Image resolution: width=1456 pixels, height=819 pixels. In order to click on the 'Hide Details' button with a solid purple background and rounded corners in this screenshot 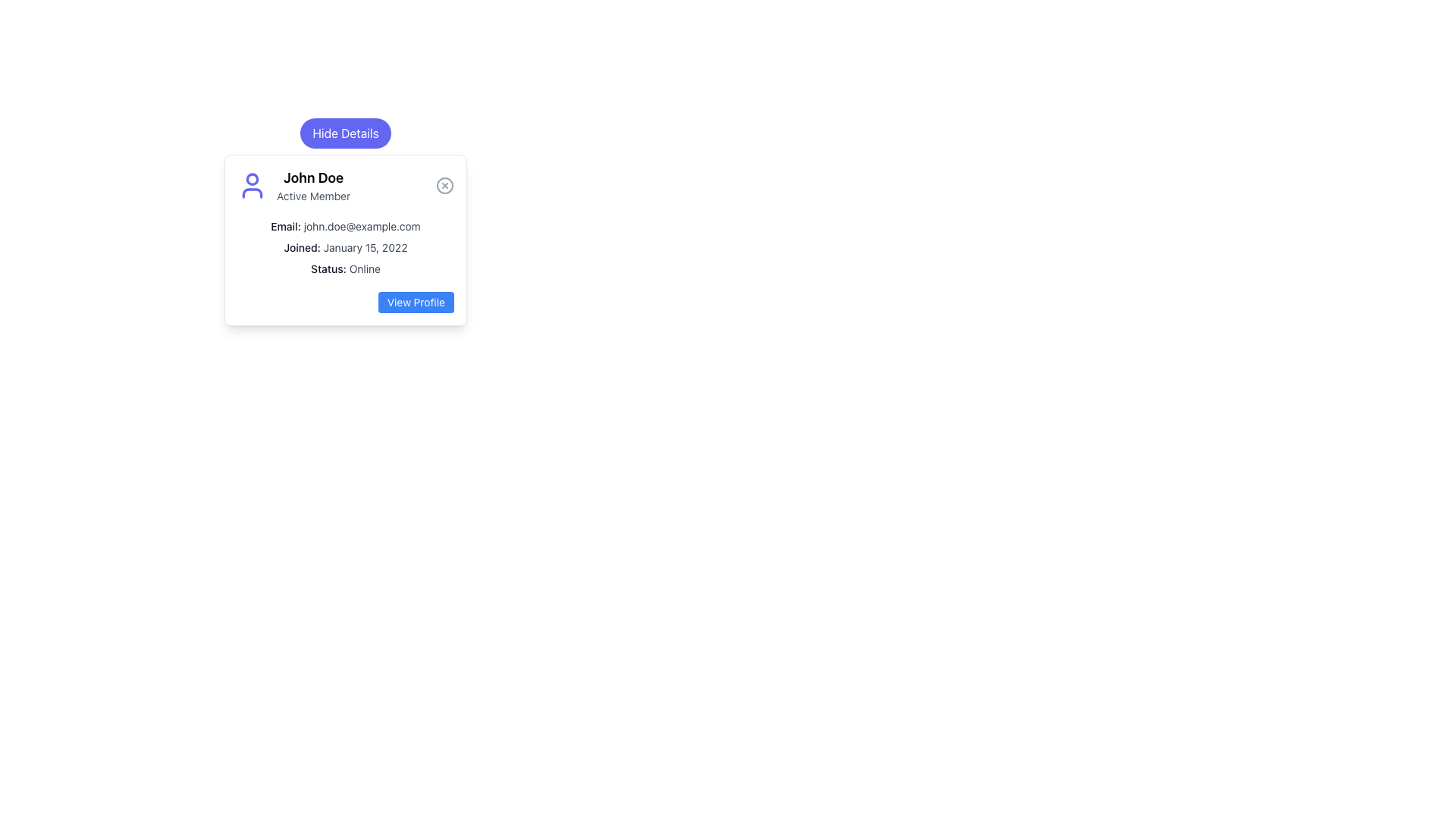, I will do `click(345, 133)`.